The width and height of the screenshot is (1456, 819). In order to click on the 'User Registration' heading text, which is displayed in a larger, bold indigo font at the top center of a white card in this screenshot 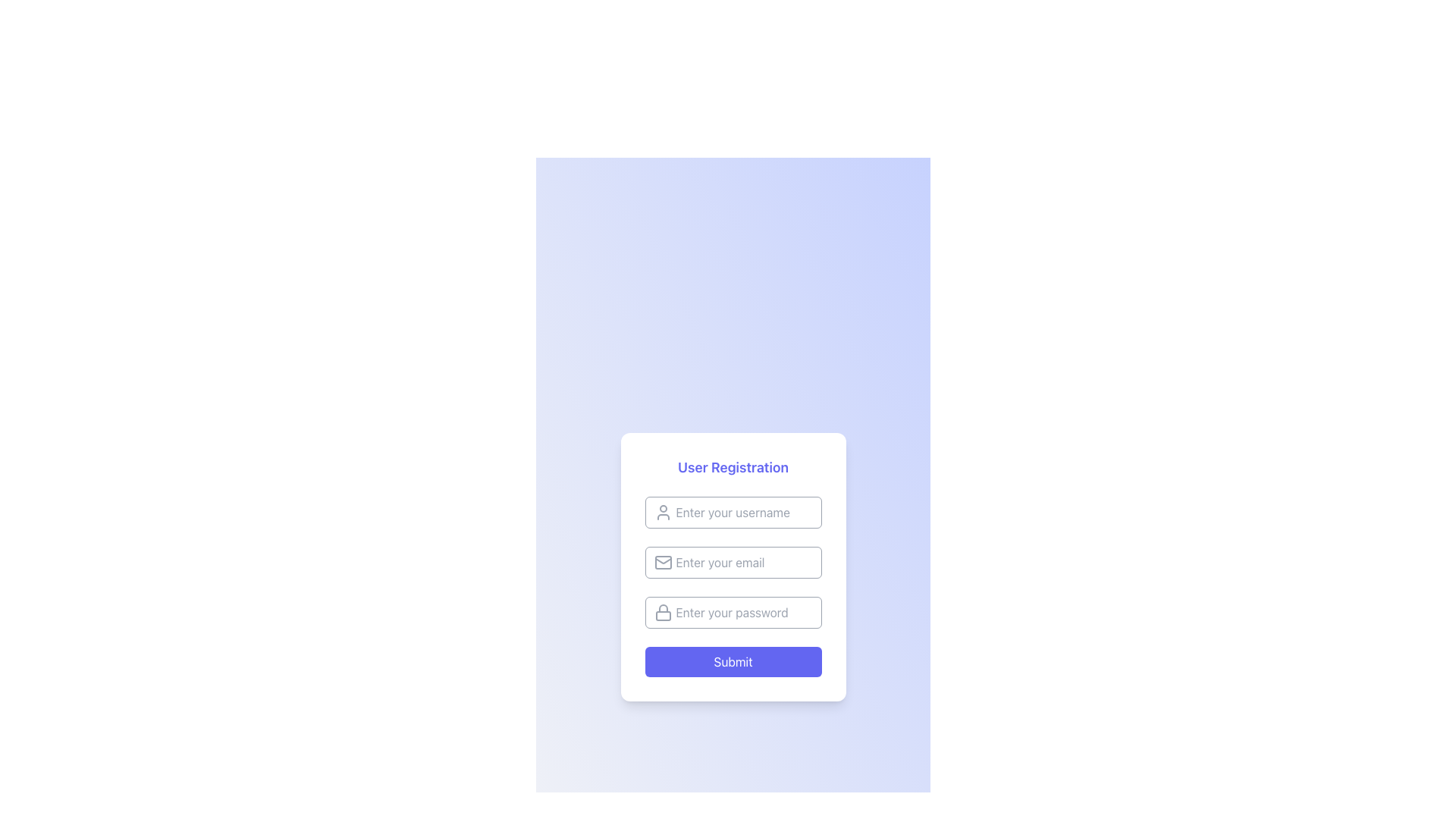, I will do `click(733, 467)`.